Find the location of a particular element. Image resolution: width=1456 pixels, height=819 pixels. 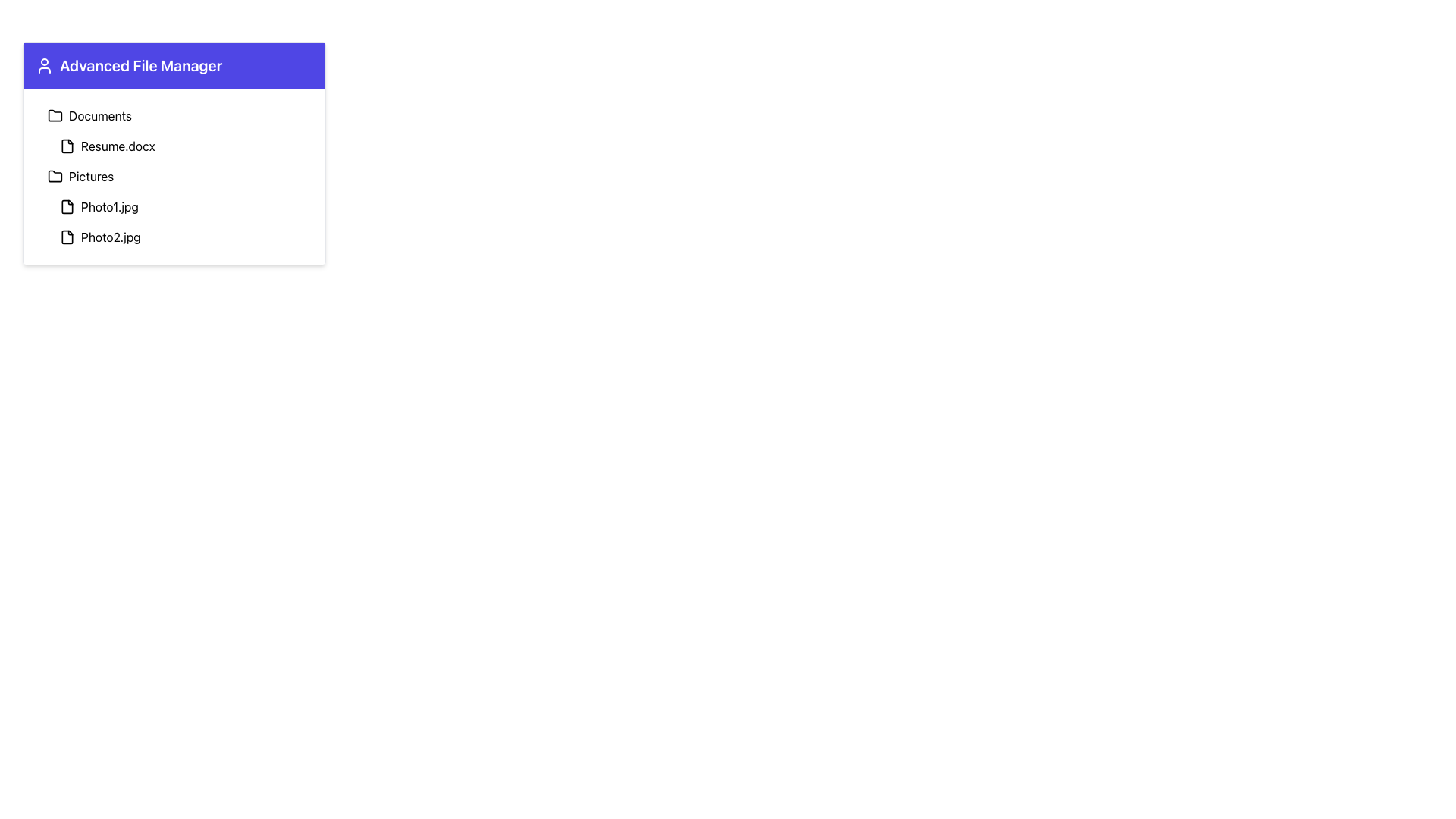

the file icon representing 'Resume.docx' for accessibility within the Advanced File Manager interface is located at coordinates (67, 146).